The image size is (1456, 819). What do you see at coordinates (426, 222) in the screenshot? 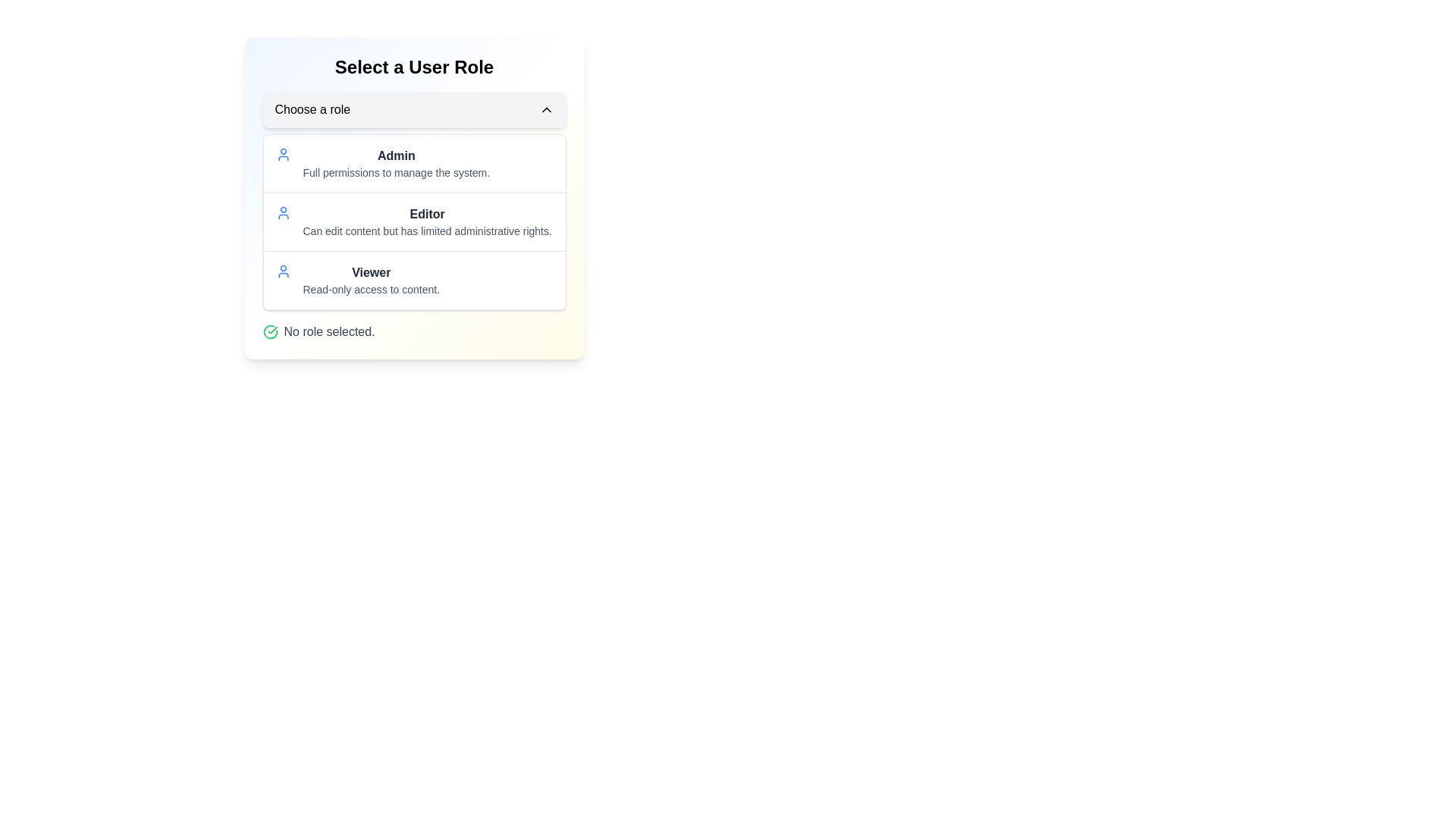
I see `text label representing the 'Editor' role option in the user role selection interface, which is the second item in a vertical list between 'Admin' and 'Viewer'` at bounding box center [426, 222].